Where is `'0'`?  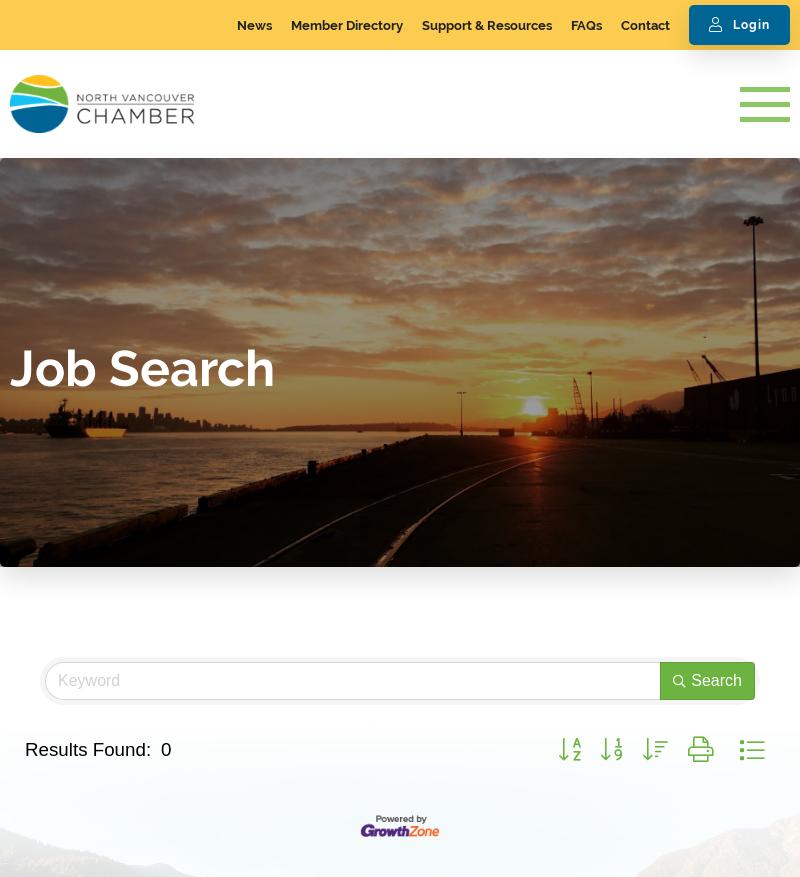
'0' is located at coordinates (166, 749).